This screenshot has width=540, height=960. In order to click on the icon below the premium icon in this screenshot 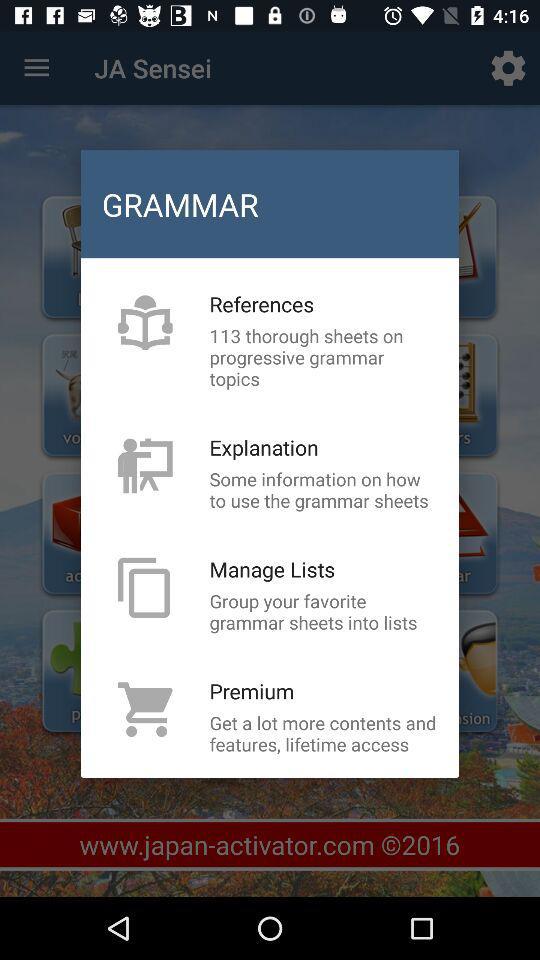, I will do `click(323, 732)`.